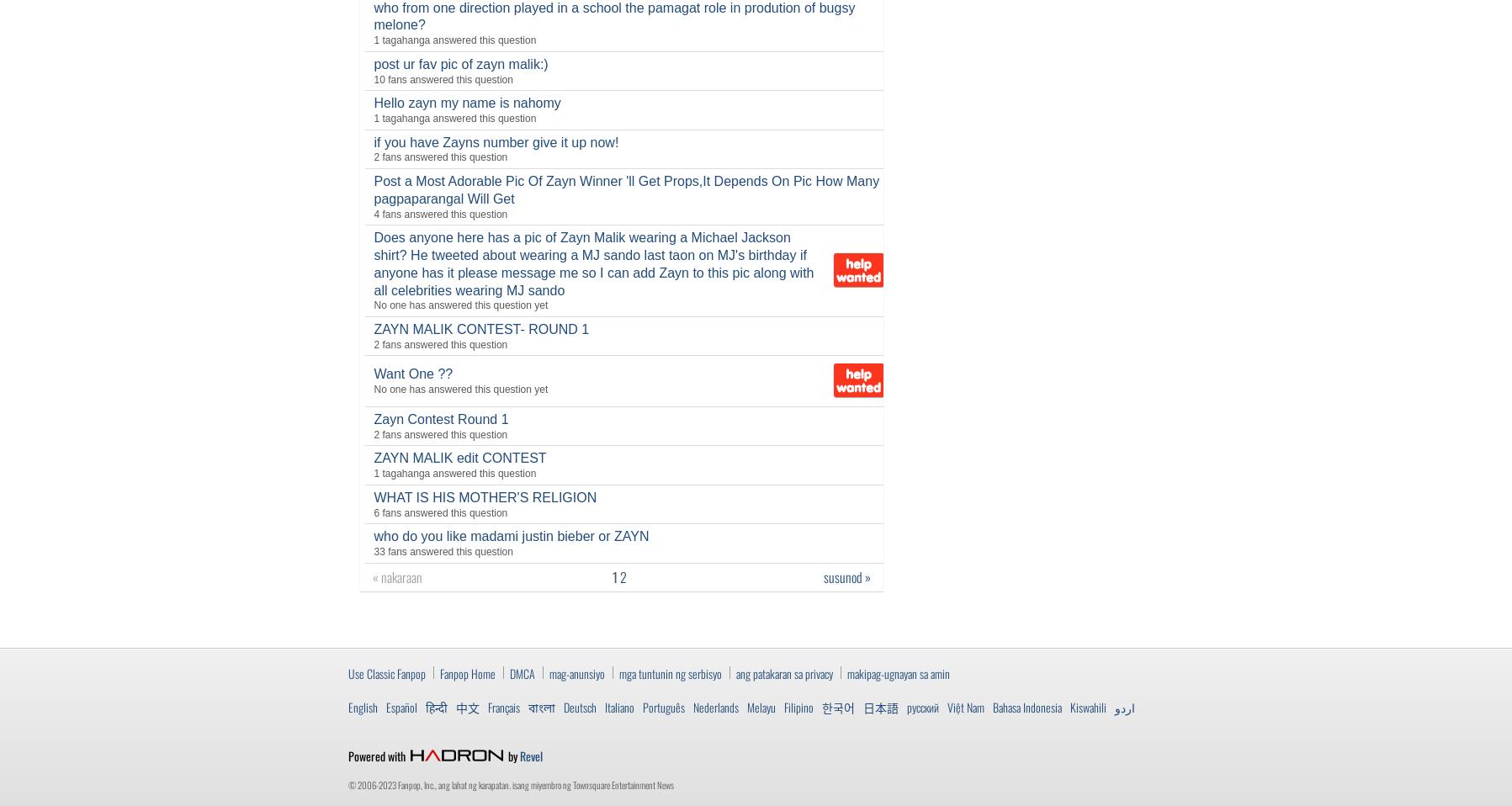 This screenshot has height=806, width=1512. I want to click on '6 fans answered this question', so click(439, 512).